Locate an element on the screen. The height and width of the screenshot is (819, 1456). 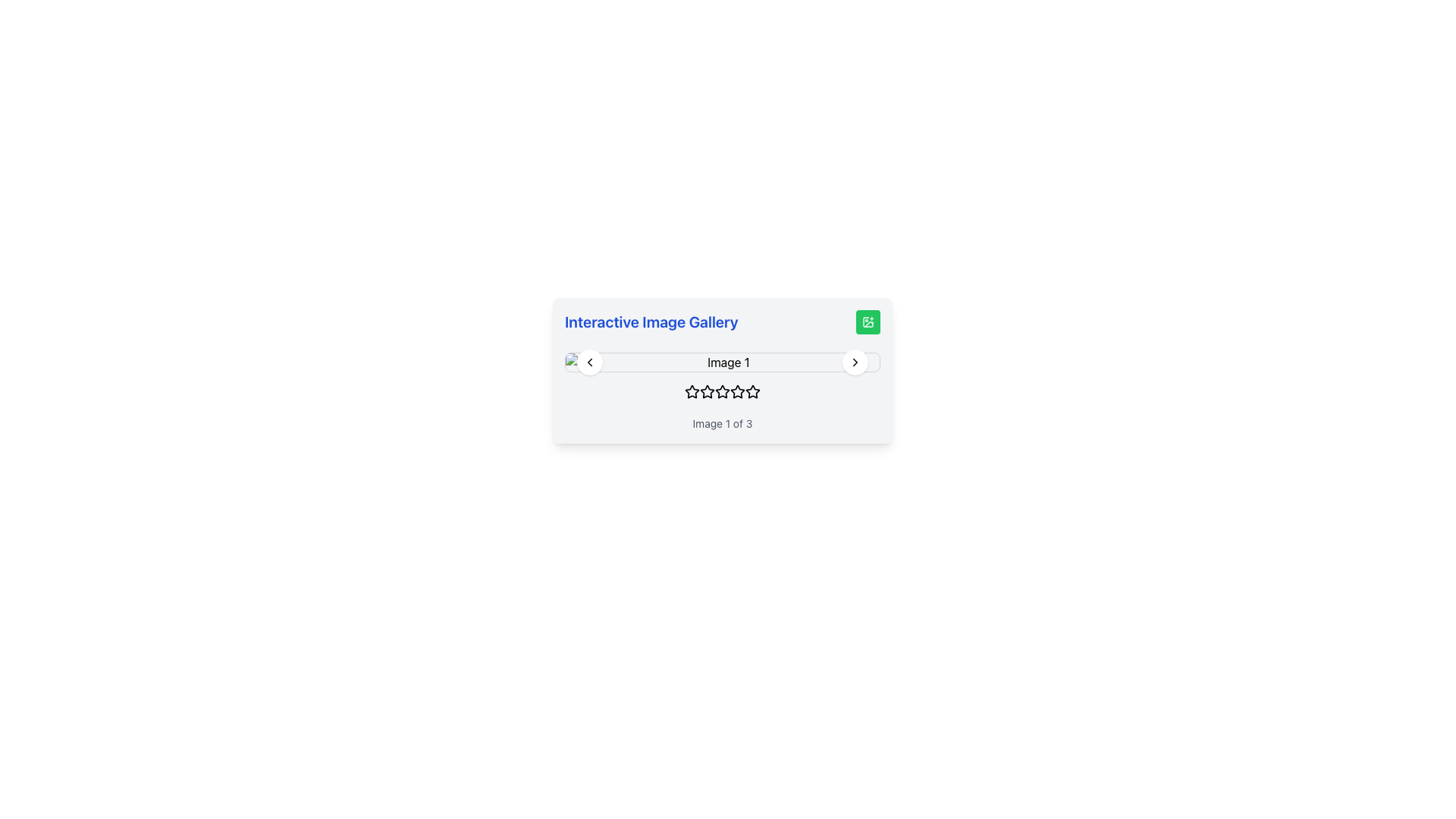
the first star icon in the ratings interface, which is filled with a white background and outlined in black, indicating its inactive state is located at coordinates (691, 391).